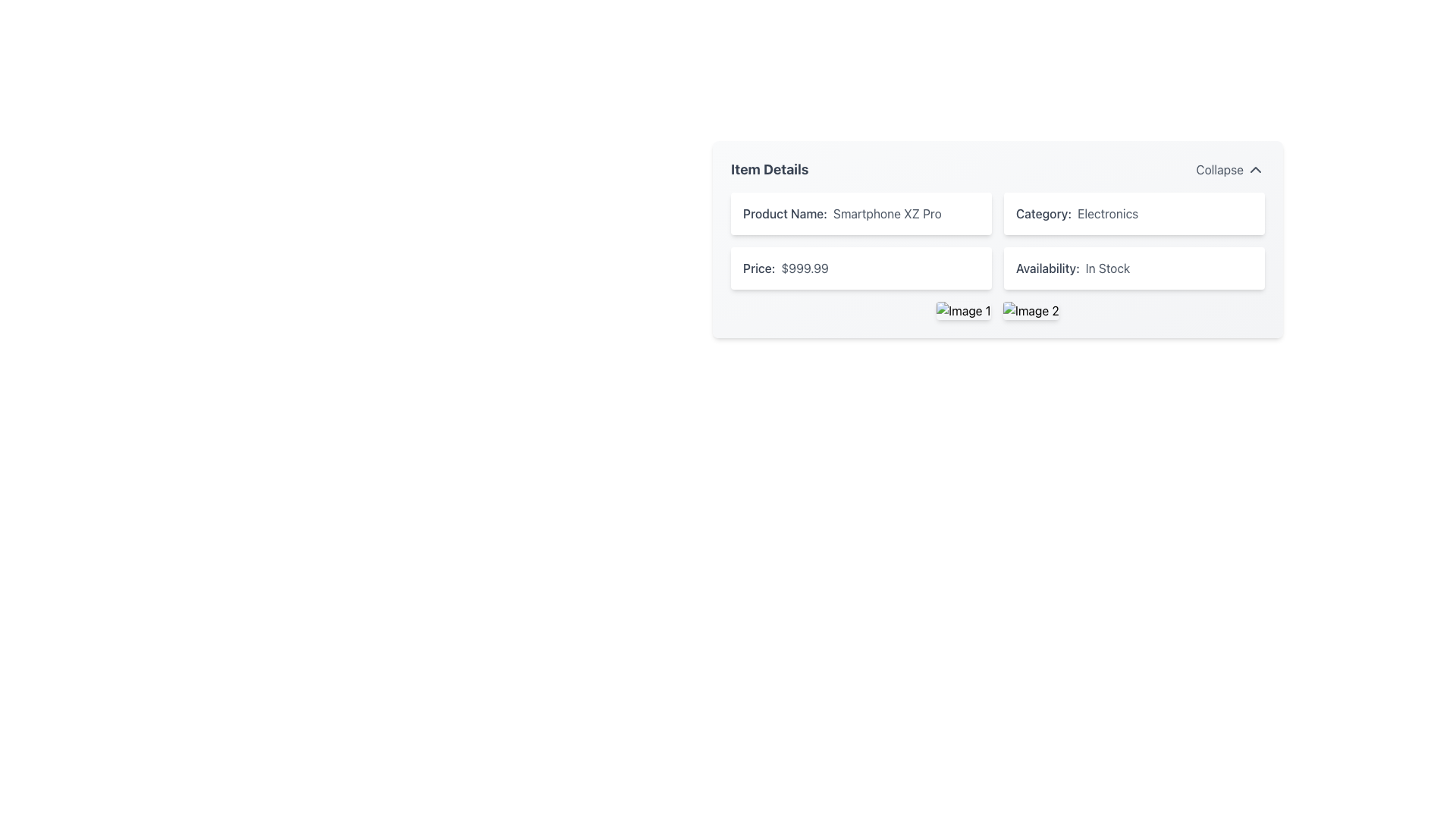 The width and height of the screenshot is (1456, 819). What do you see at coordinates (1230, 169) in the screenshot?
I see `the toggle button in the top-right corner of the 'Item Details' section` at bounding box center [1230, 169].